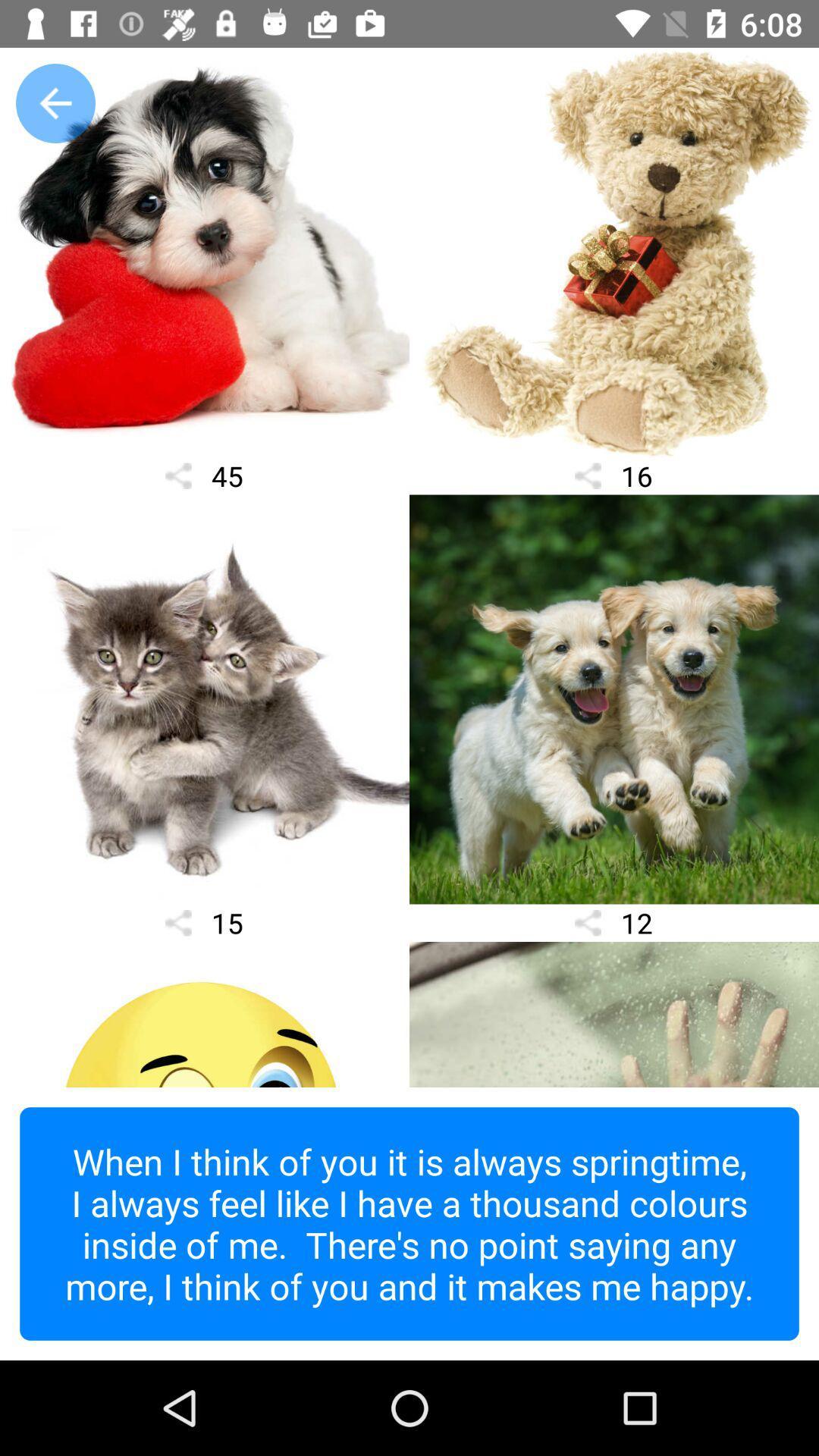  Describe the element at coordinates (55, 102) in the screenshot. I see `go back` at that location.